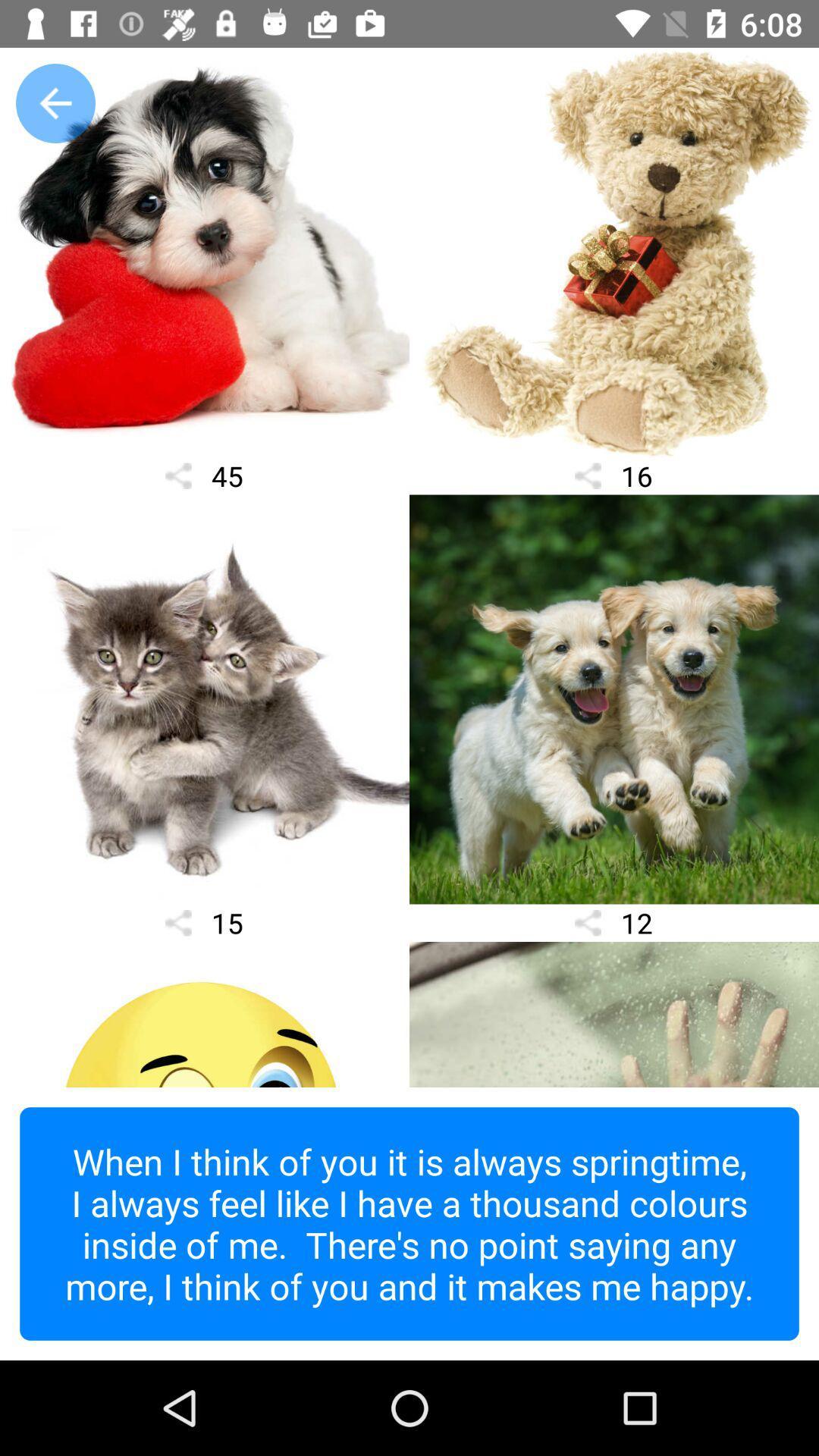  Describe the element at coordinates (55, 102) in the screenshot. I see `go back` at that location.